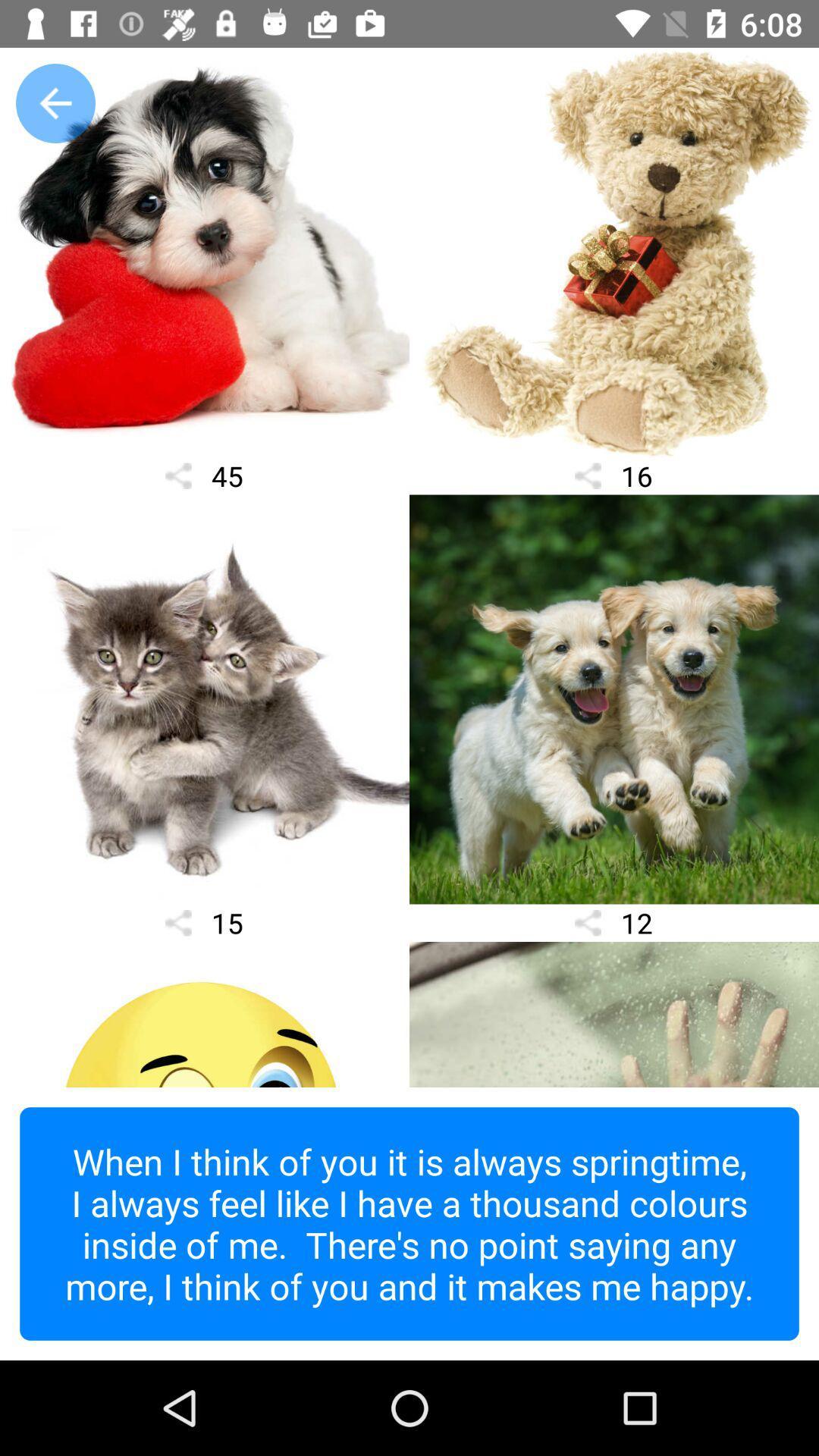  Describe the element at coordinates (55, 102) in the screenshot. I see `go back` at that location.